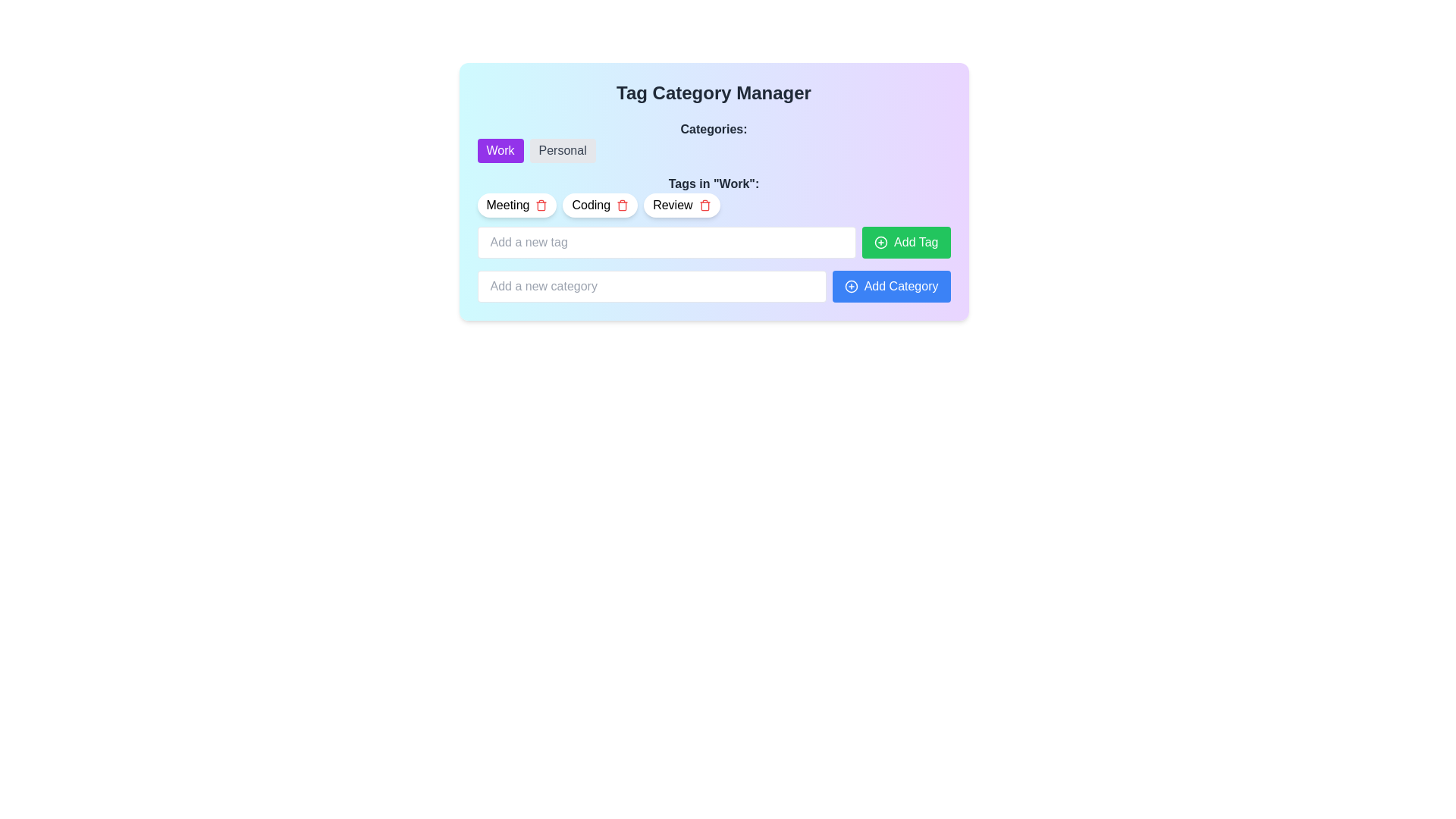 The image size is (1456, 819). Describe the element at coordinates (704, 205) in the screenshot. I see `the delete button with a trash icon` at that location.